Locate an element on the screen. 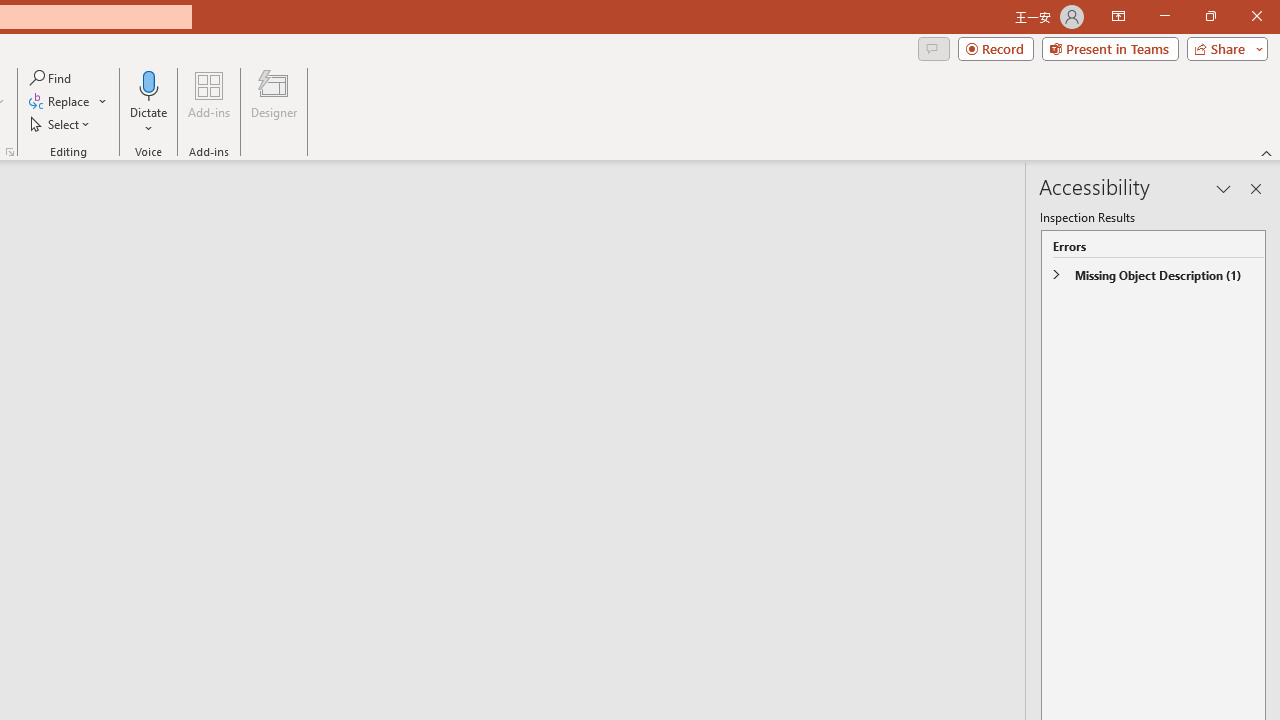 This screenshot has height=720, width=1280. 'Select' is located at coordinates (61, 124).